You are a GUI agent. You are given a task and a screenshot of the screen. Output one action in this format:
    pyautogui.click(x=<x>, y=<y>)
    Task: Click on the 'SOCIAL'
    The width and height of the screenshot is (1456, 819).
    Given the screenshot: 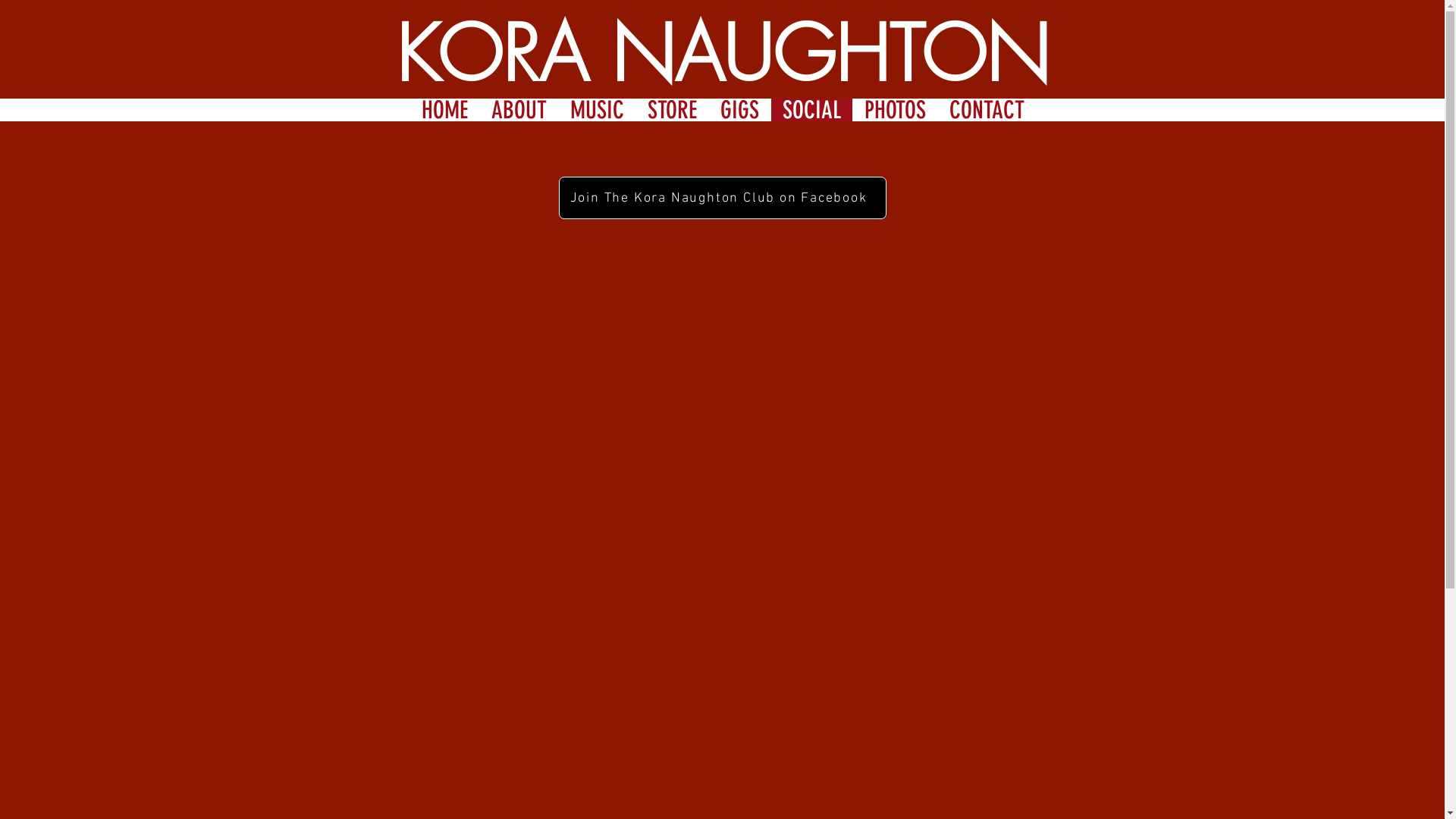 What is the action you would take?
    pyautogui.click(x=811, y=109)
    